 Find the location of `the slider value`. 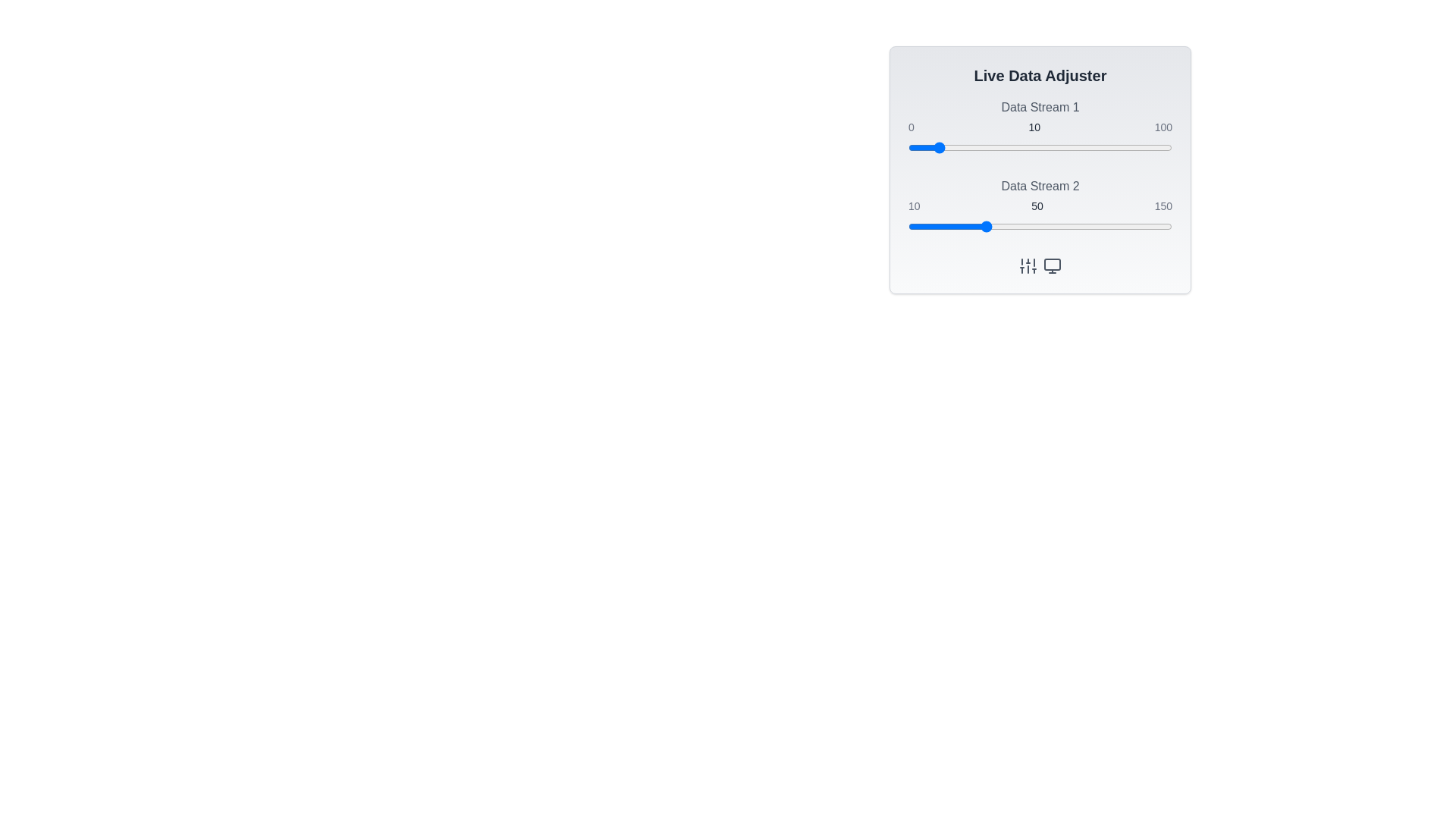

the slider value is located at coordinates (932, 227).